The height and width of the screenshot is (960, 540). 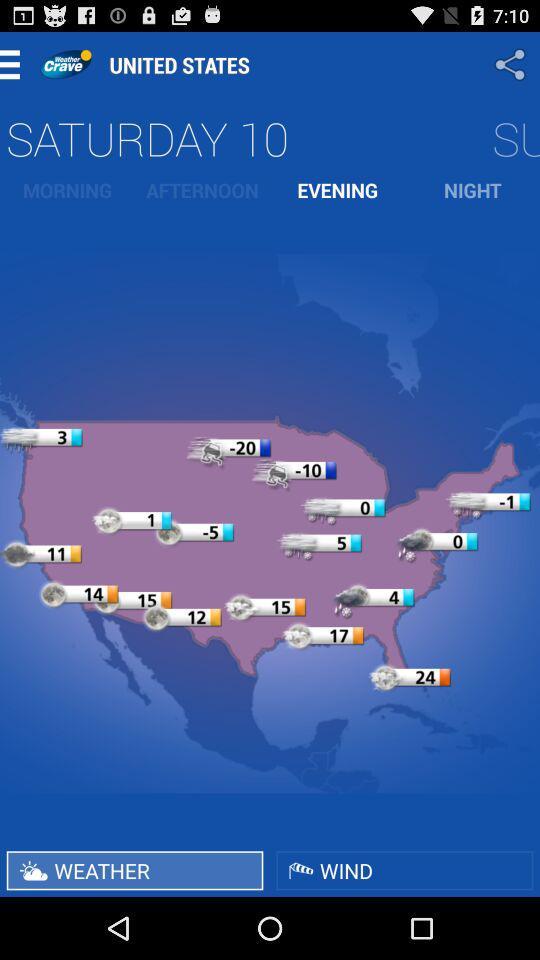 I want to click on item to the right of evening item, so click(x=472, y=190).